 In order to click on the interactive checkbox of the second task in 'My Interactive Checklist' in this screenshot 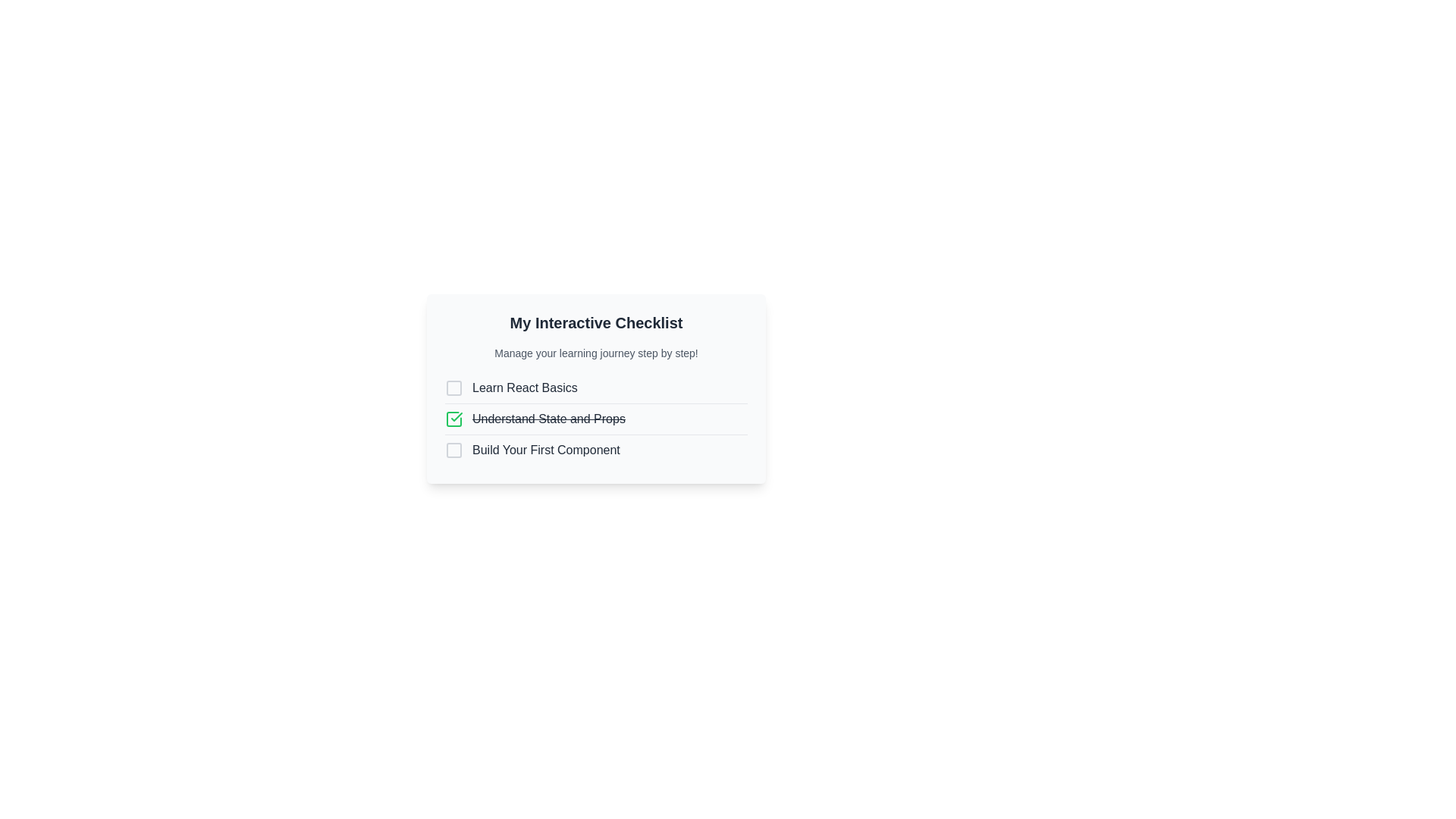, I will do `click(595, 419)`.